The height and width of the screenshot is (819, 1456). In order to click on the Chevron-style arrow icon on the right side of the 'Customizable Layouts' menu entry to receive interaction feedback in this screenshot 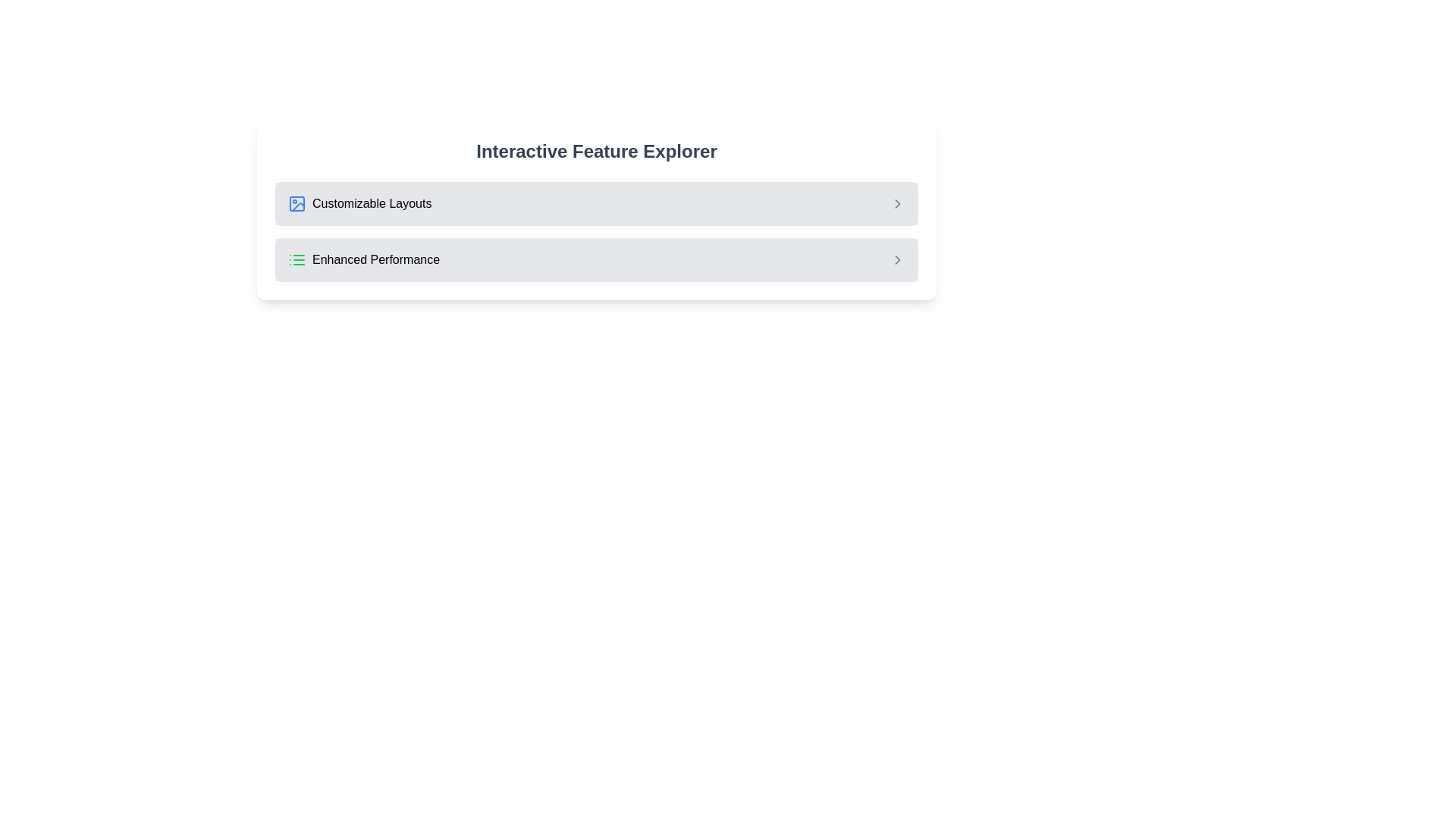, I will do `click(898, 203)`.